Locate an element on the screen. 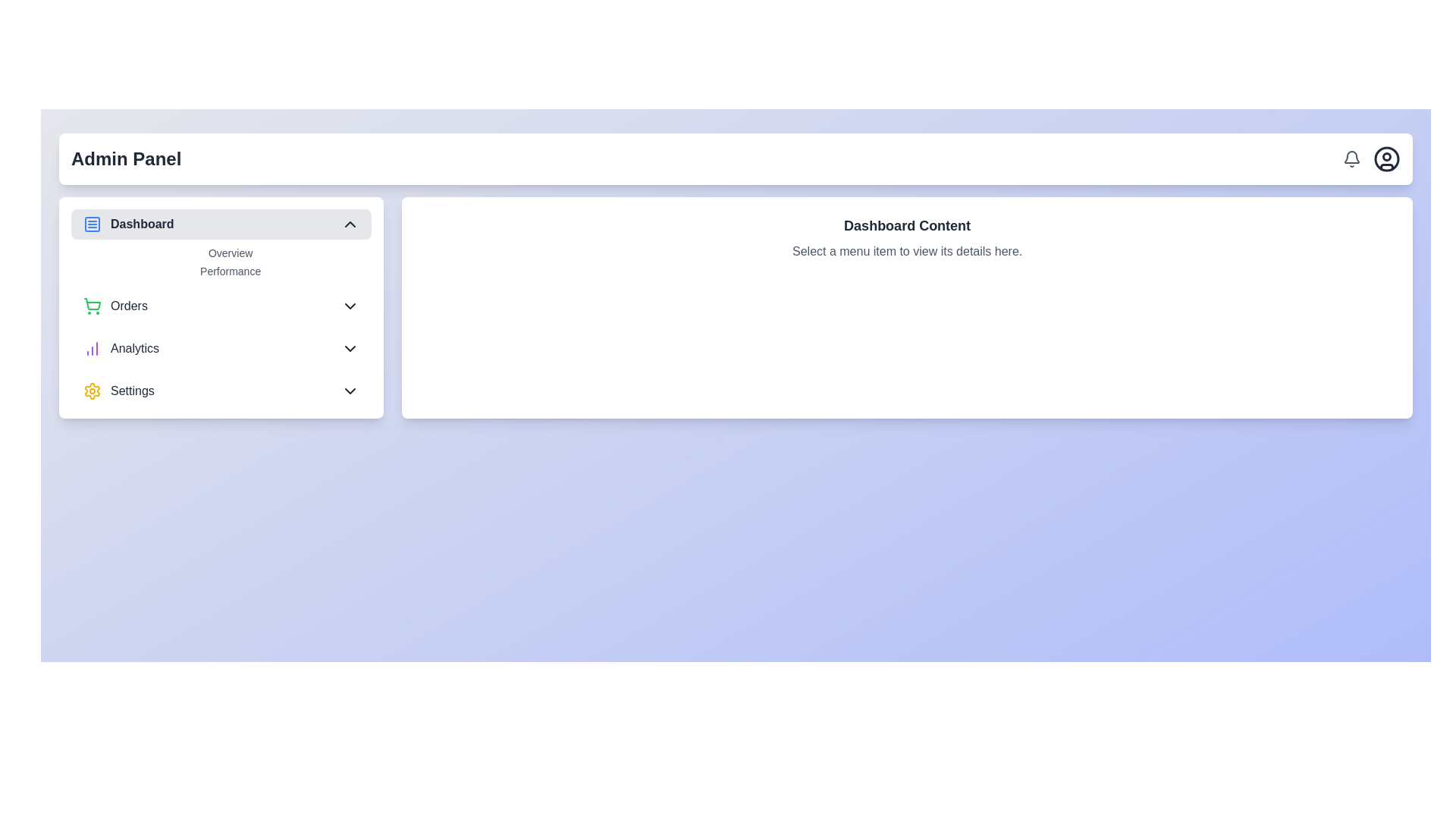  the settings icon located in the bottom left of the menu panel is located at coordinates (91, 391).